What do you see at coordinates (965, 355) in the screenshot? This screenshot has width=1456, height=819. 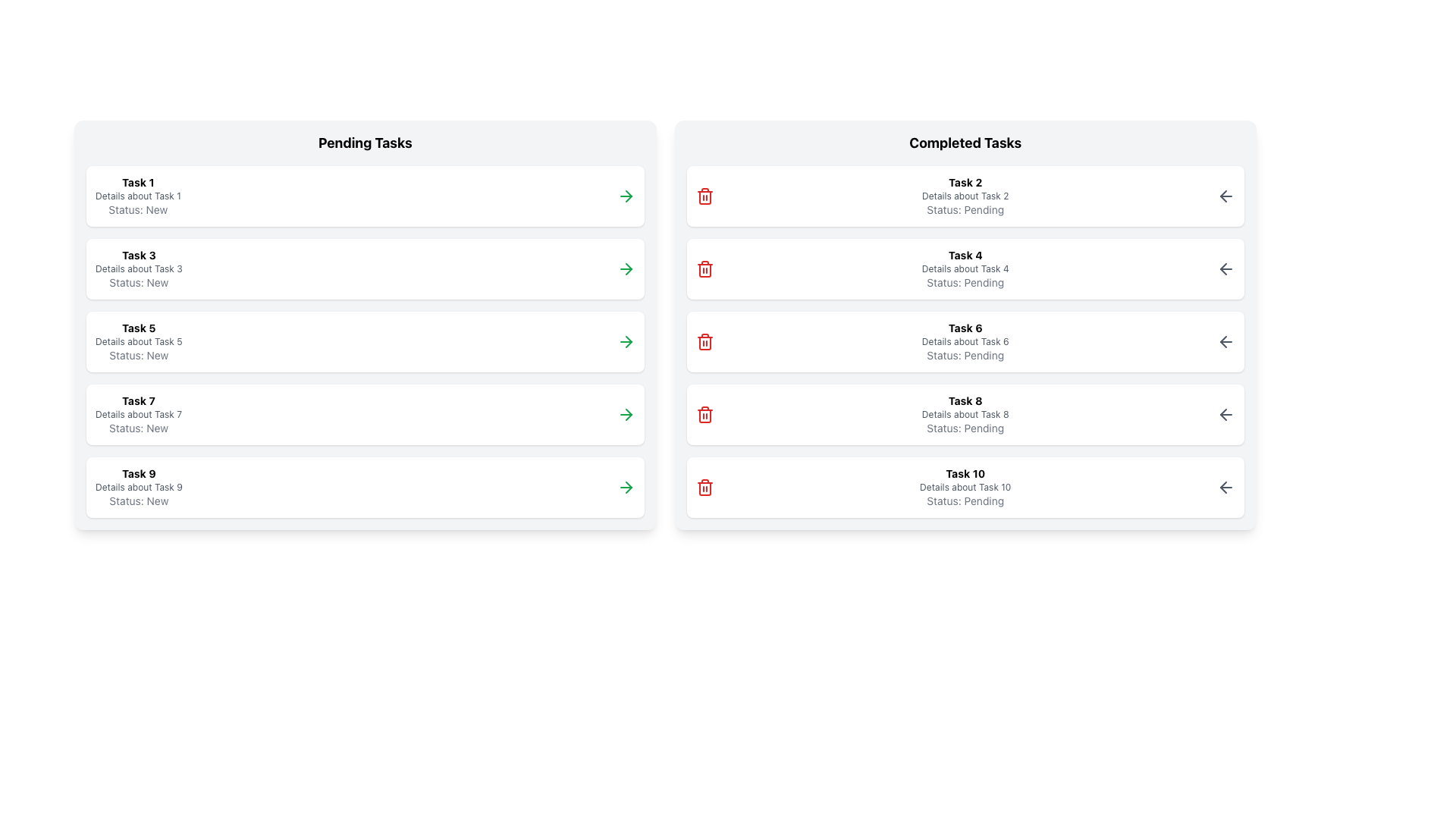 I see `text from the Text Label displaying 'Status: Pending' in gray font located in the bottom segment of the task card for 'Task 6'` at bounding box center [965, 355].